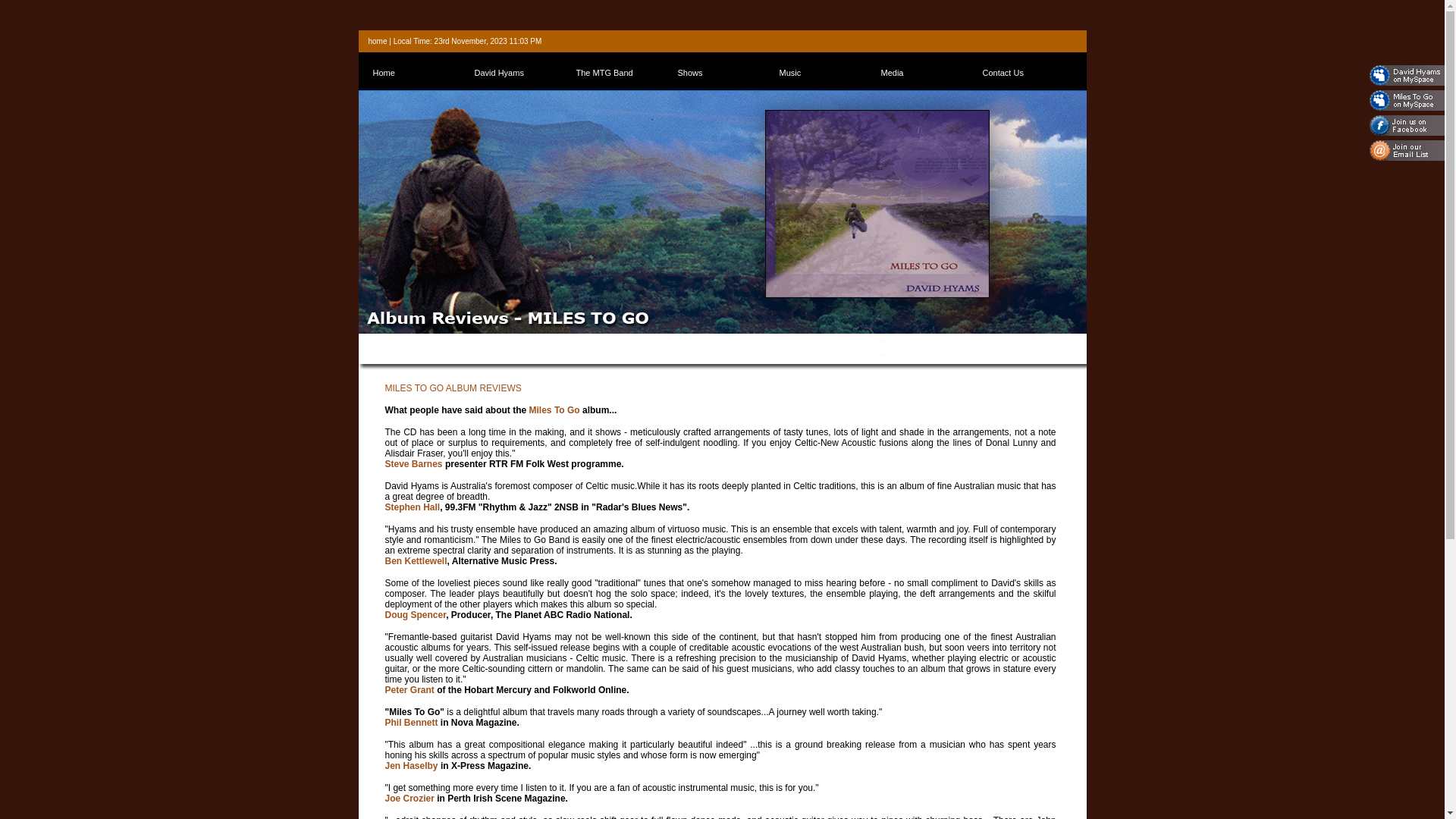  What do you see at coordinates (723, 73) in the screenshot?
I see `'Shows'` at bounding box center [723, 73].